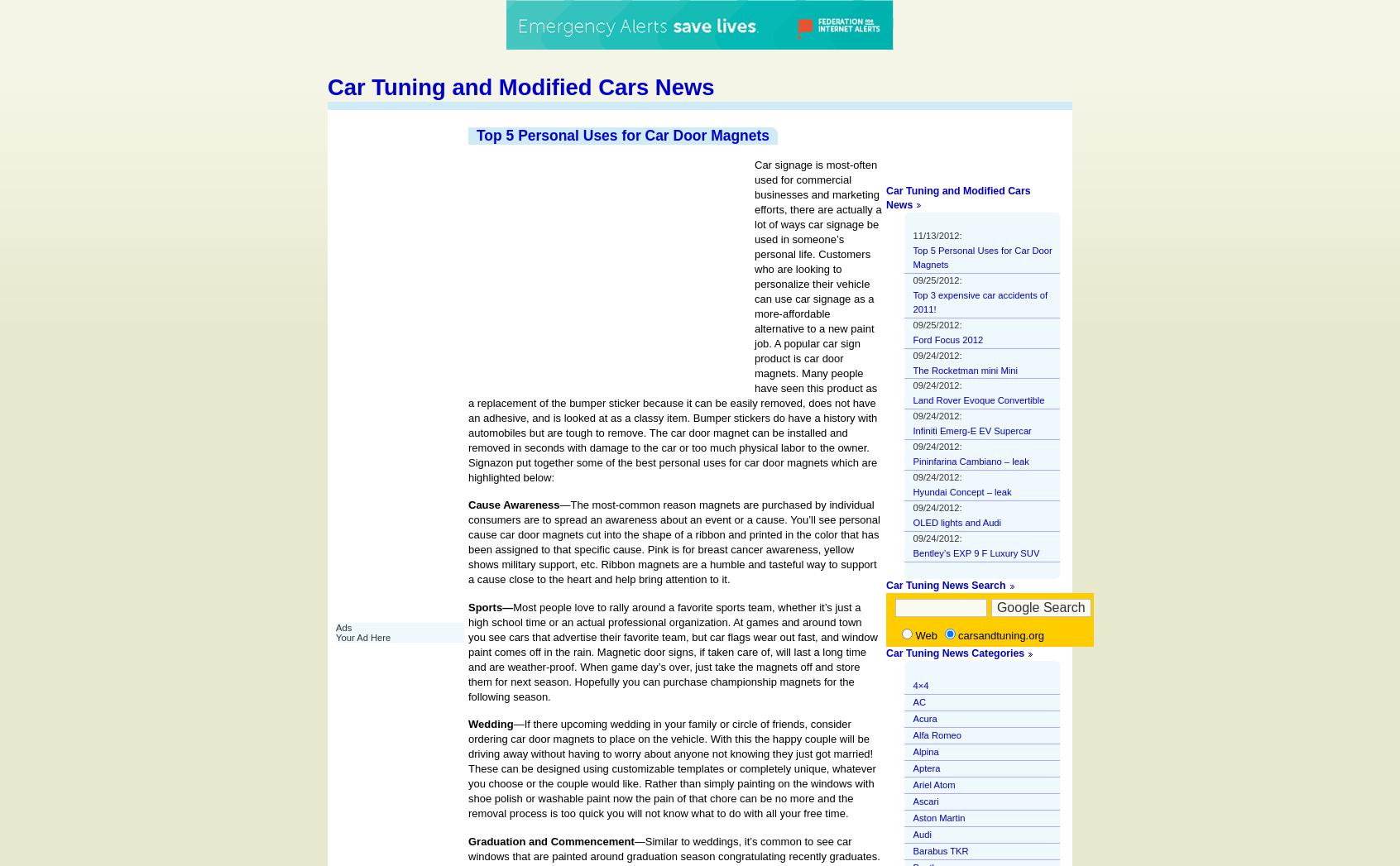 The image size is (1400, 866). I want to click on 'Ads', so click(343, 627).